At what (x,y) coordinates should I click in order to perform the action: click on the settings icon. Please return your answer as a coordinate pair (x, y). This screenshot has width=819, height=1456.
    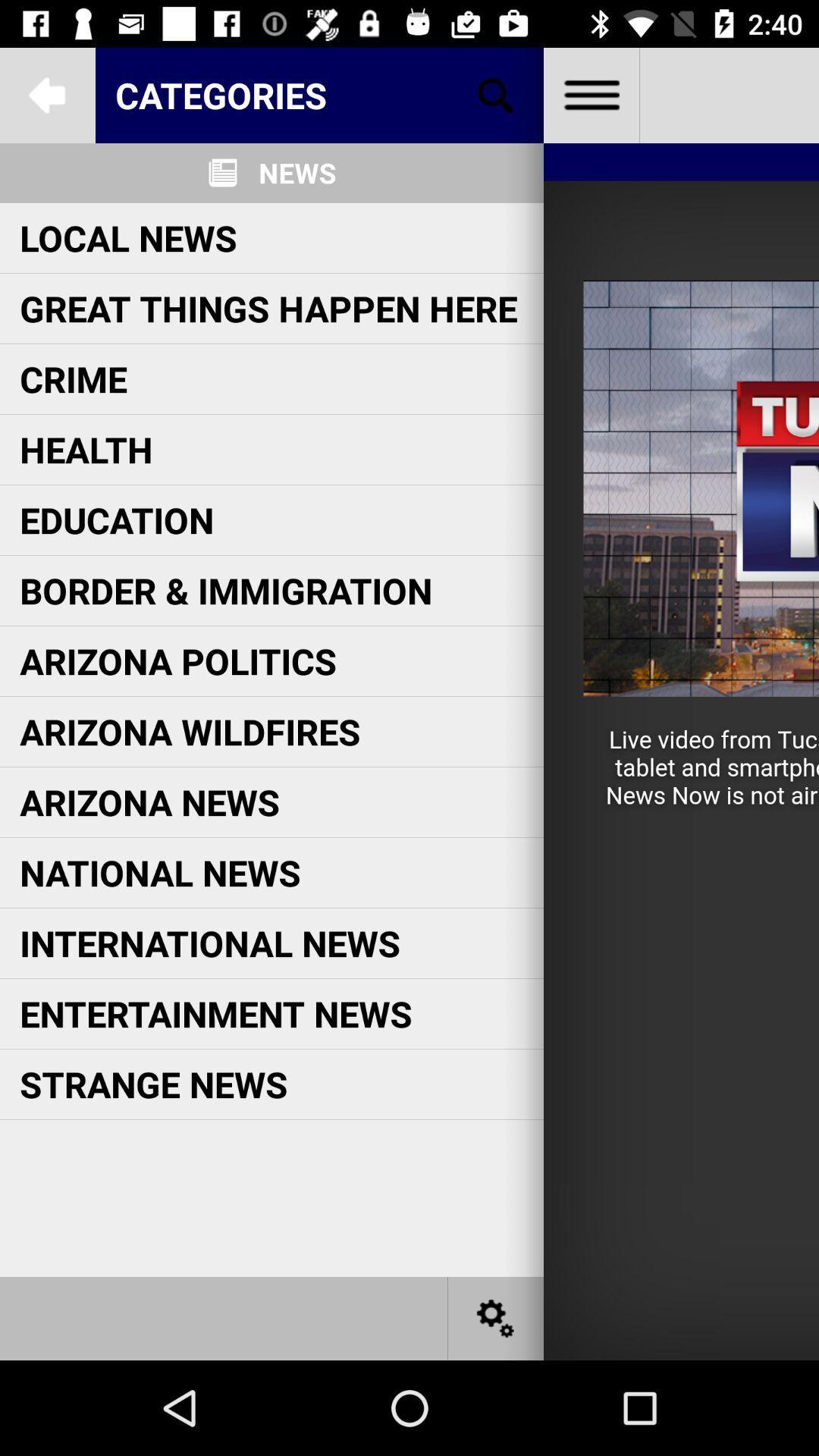
    Looking at the image, I should click on (496, 1317).